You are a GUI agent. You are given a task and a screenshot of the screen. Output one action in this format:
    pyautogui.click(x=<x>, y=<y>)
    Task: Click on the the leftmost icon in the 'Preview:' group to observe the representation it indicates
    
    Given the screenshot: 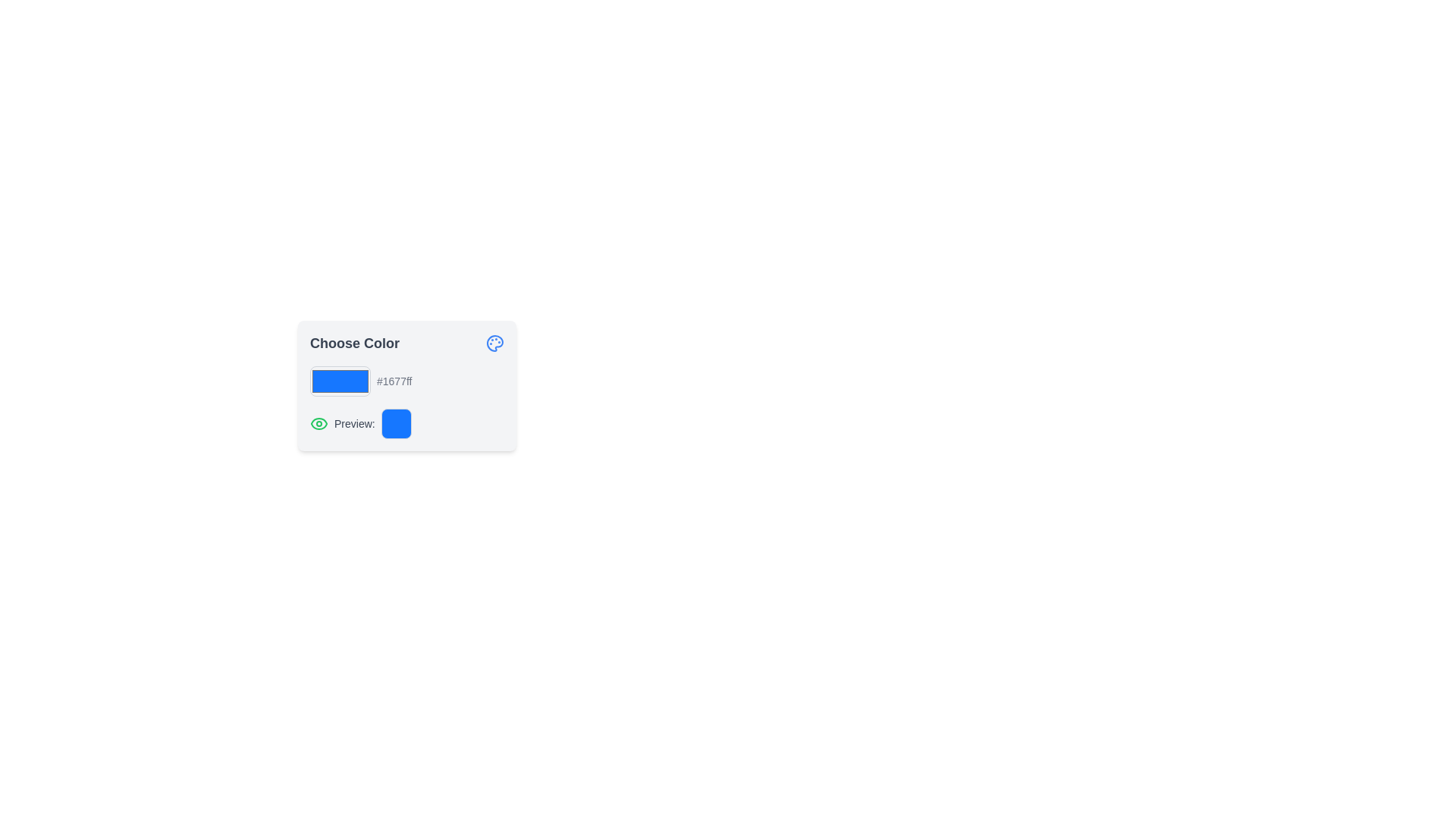 What is the action you would take?
    pyautogui.click(x=318, y=424)
    